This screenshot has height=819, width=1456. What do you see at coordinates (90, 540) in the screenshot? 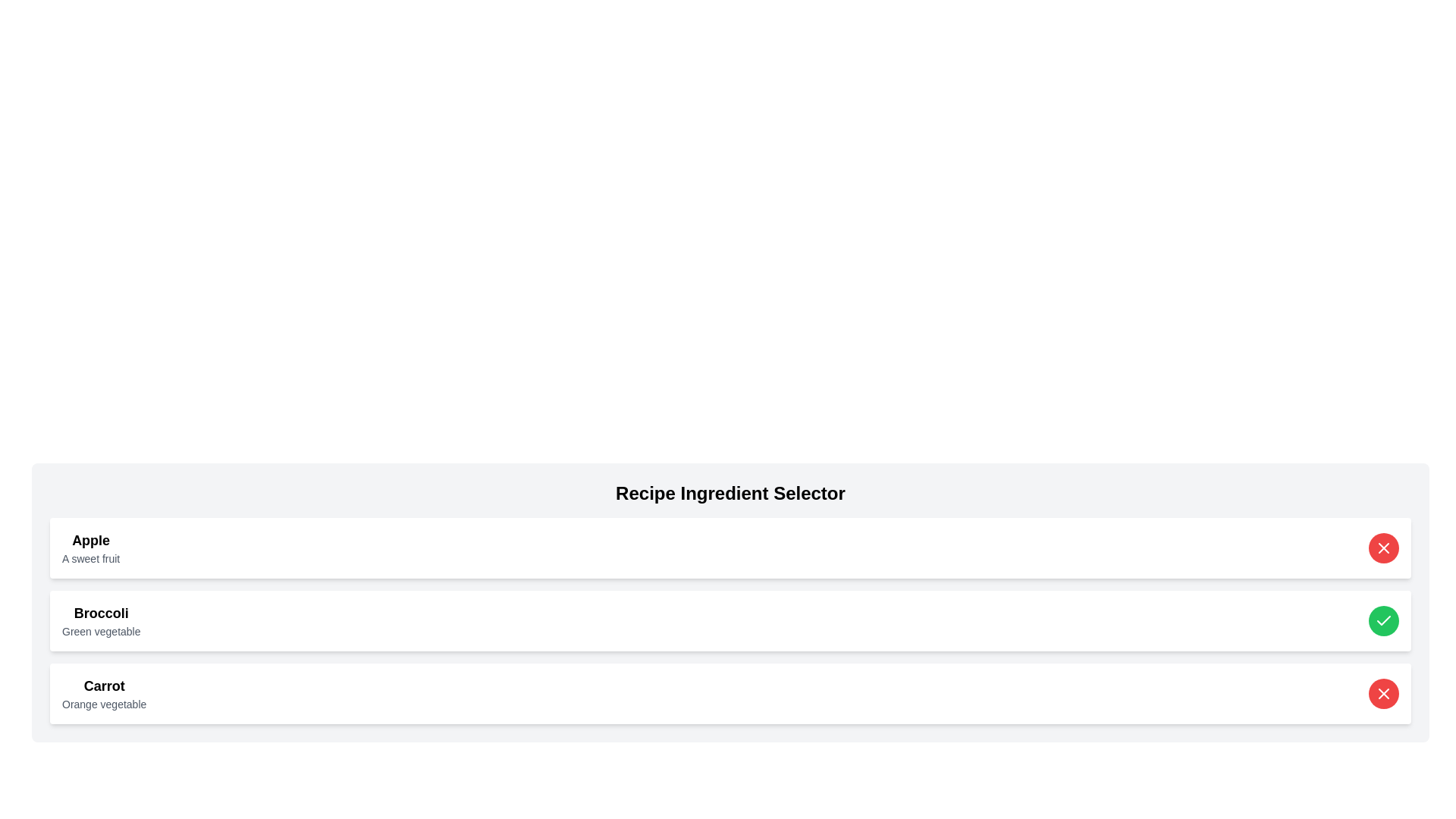
I see `the main text label for the list item representing 'Apple', which is the title in the vertical list titled 'Recipe Ingredient Selector'` at bounding box center [90, 540].